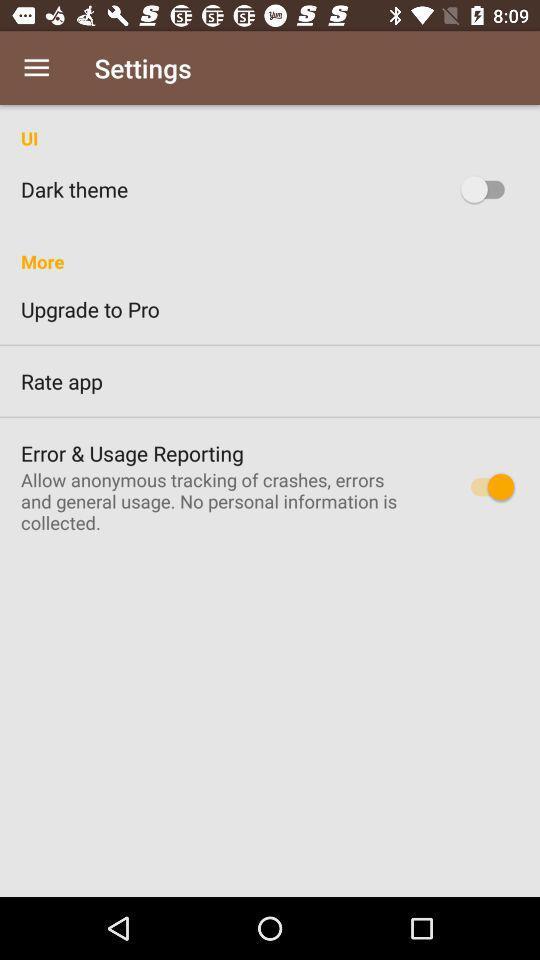  Describe the element at coordinates (270, 309) in the screenshot. I see `the icon below more` at that location.